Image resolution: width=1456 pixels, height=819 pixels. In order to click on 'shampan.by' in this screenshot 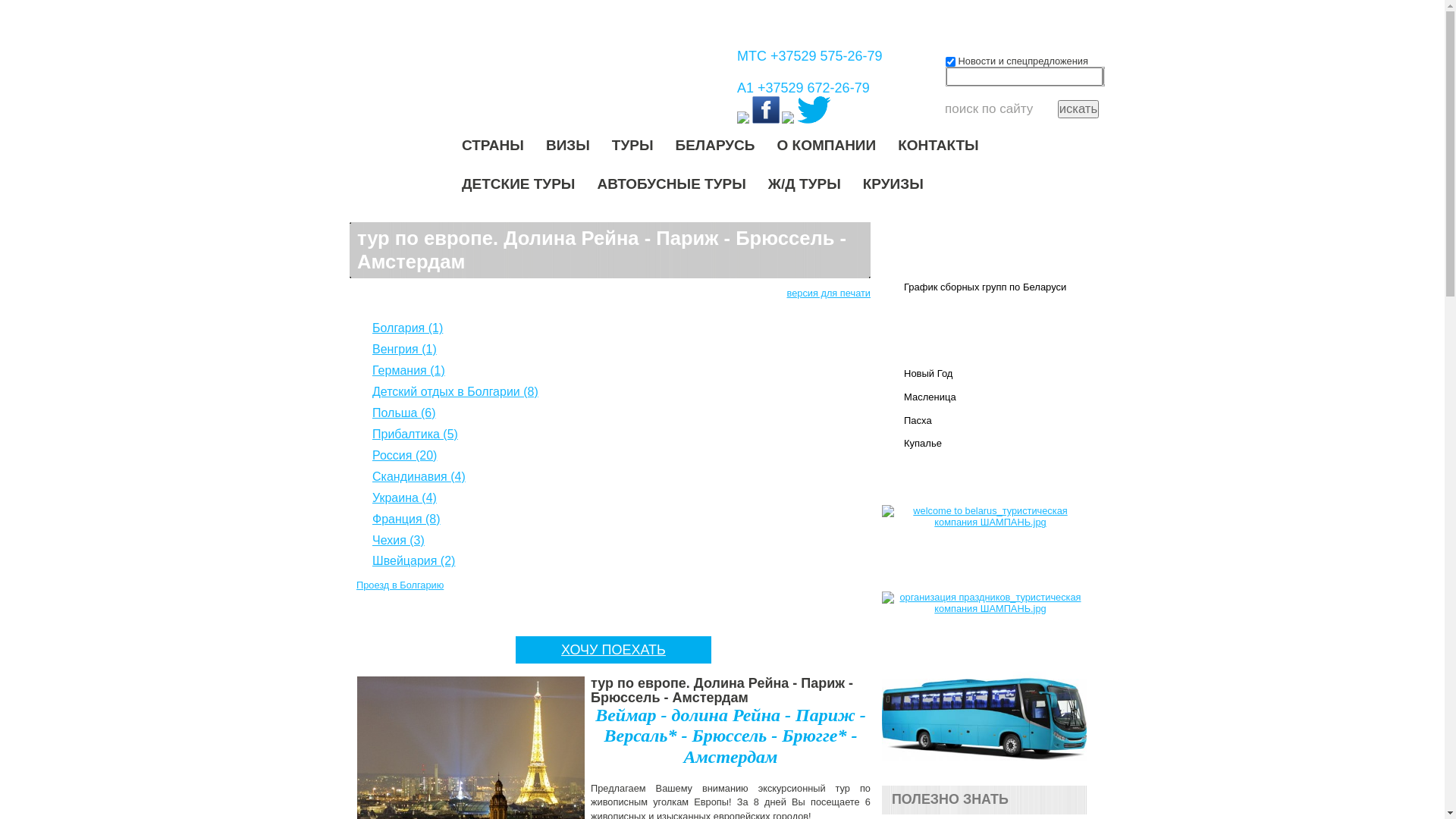, I will do `click(497, 78)`.